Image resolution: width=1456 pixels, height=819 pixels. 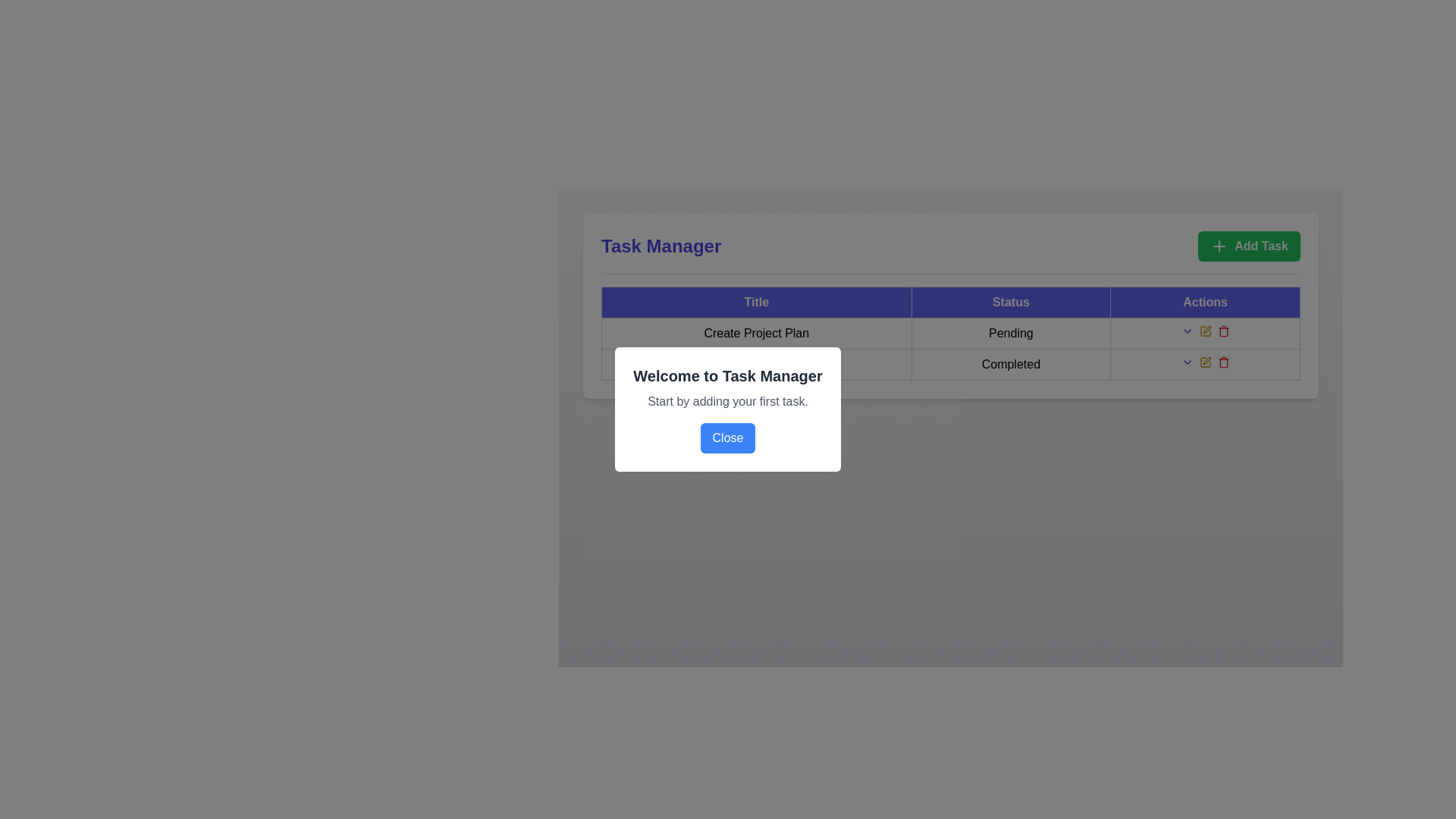 I want to click on the 'Status' column header in the table, which is the second column header located between the 'Title' and 'Actions' headers, so click(x=1011, y=302).